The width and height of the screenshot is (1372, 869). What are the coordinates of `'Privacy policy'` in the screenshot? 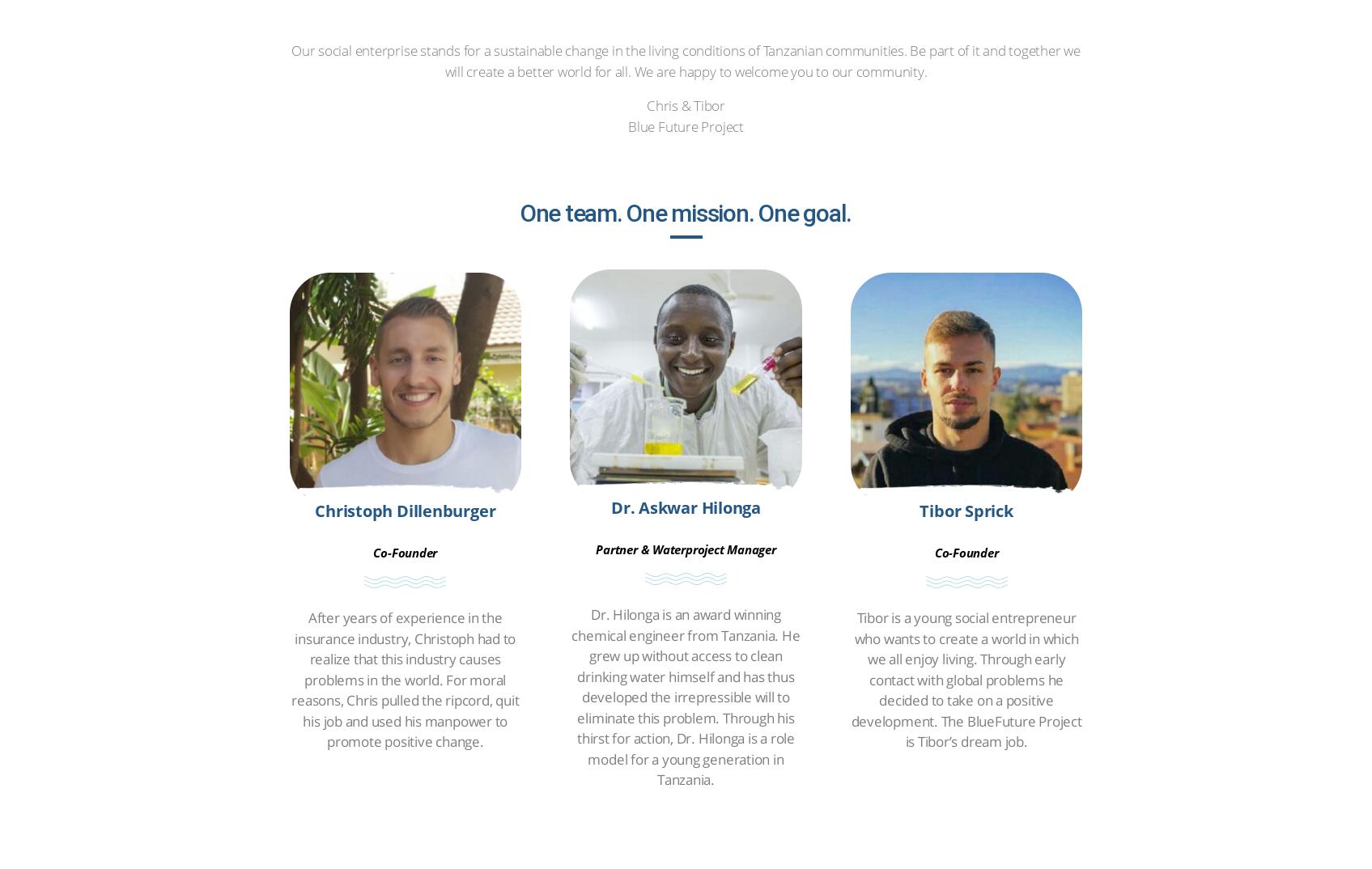 It's located at (545, 537).